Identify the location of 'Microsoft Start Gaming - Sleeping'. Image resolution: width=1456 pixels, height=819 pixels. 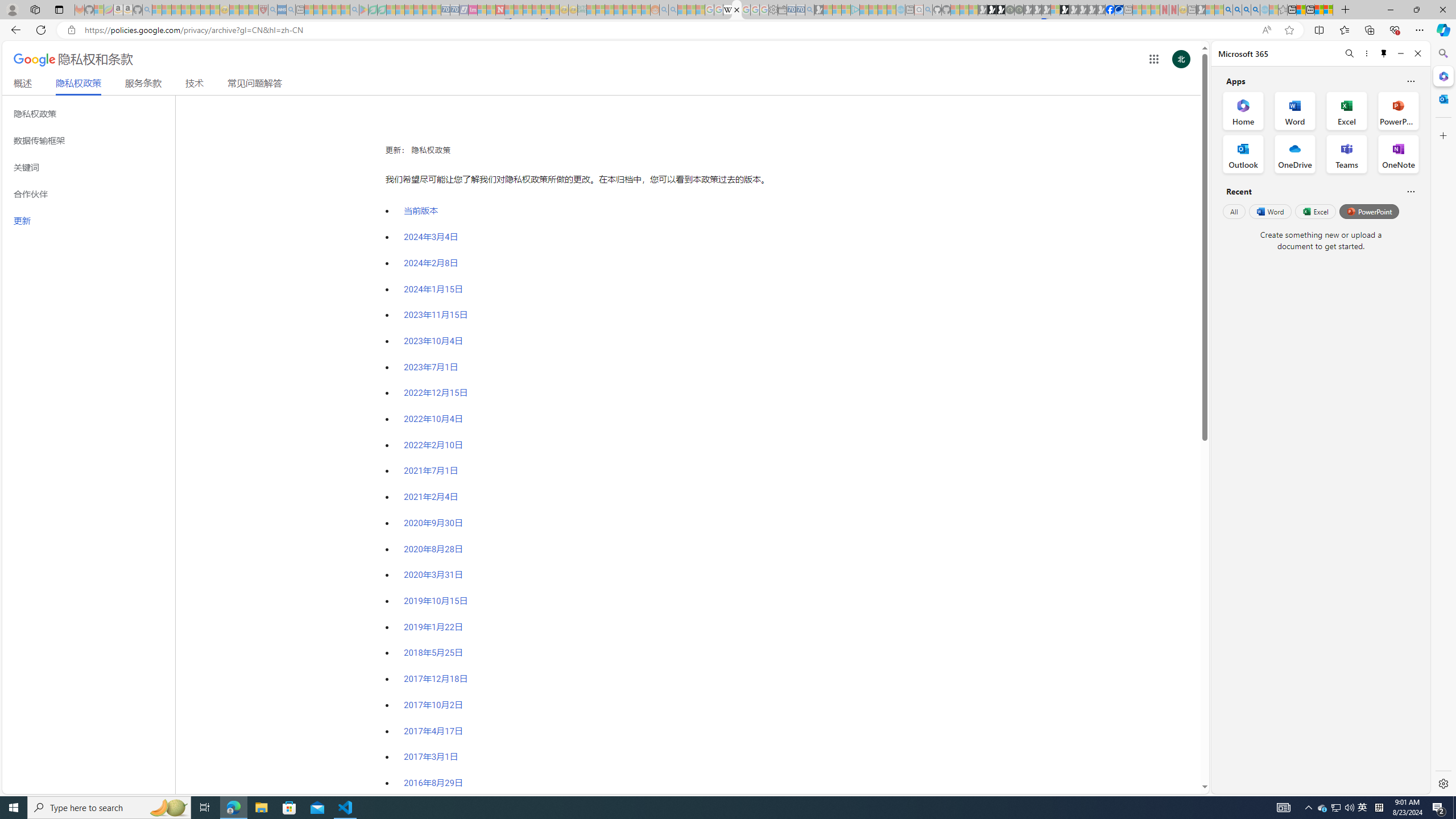
(818, 9).